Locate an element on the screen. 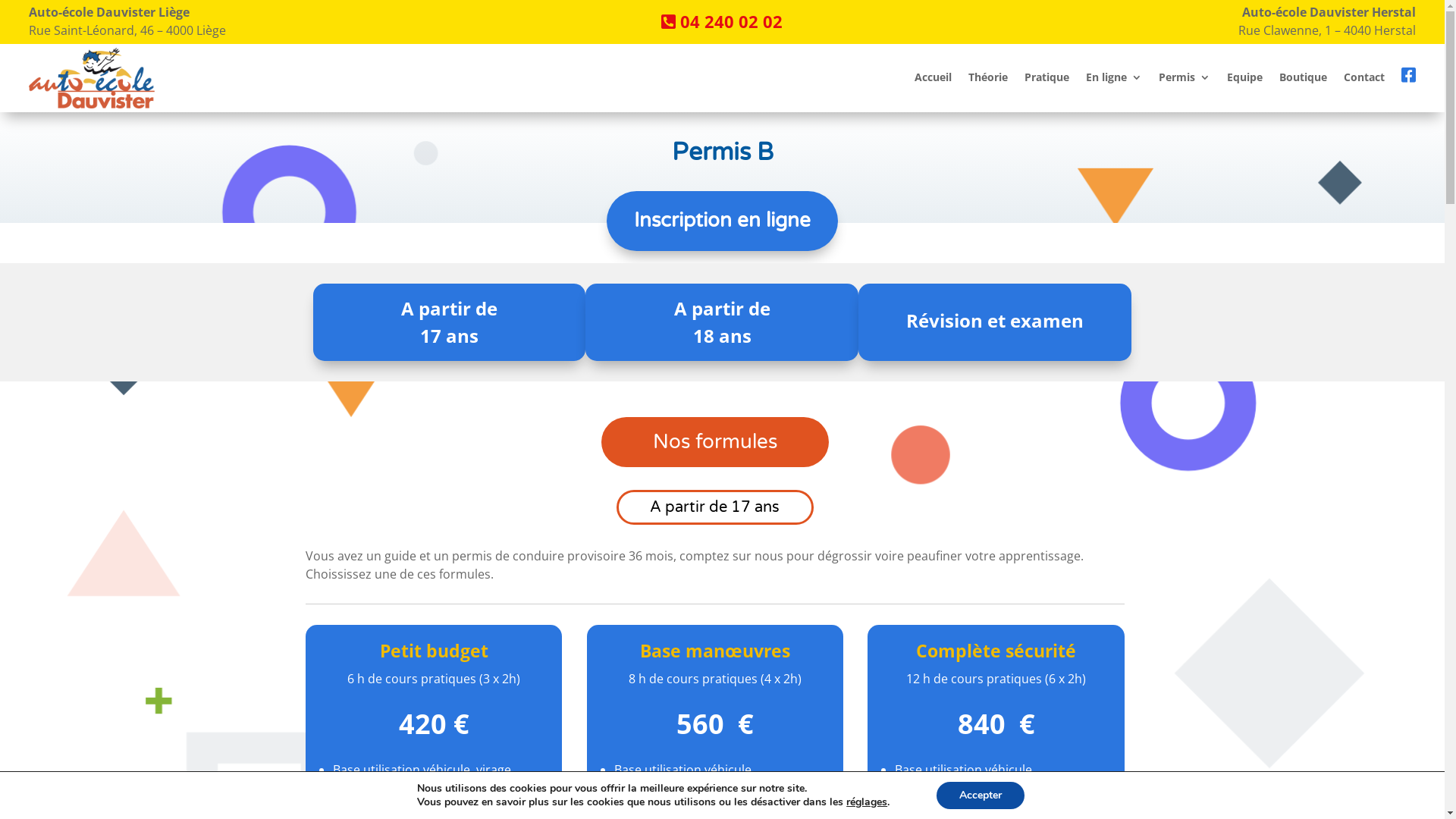 This screenshot has width=1456, height=819. 'Equipe' is located at coordinates (1226, 80).